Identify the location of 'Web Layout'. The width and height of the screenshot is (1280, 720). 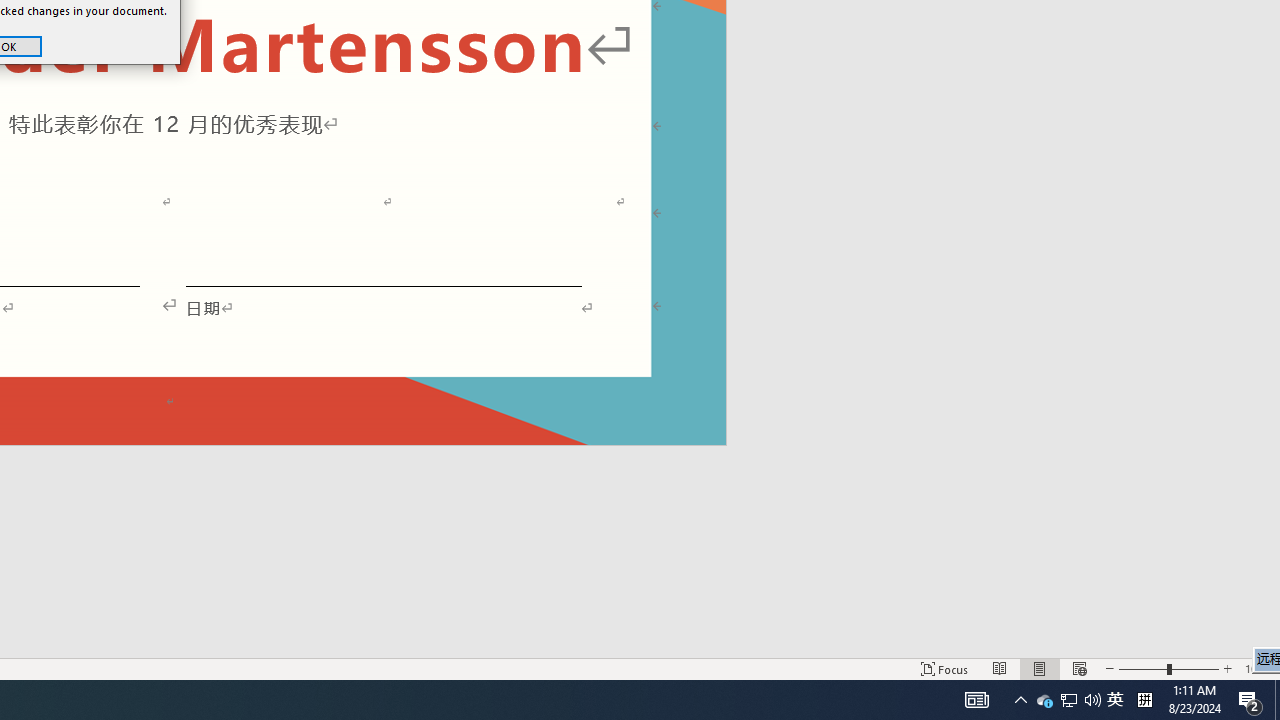
(1078, 669).